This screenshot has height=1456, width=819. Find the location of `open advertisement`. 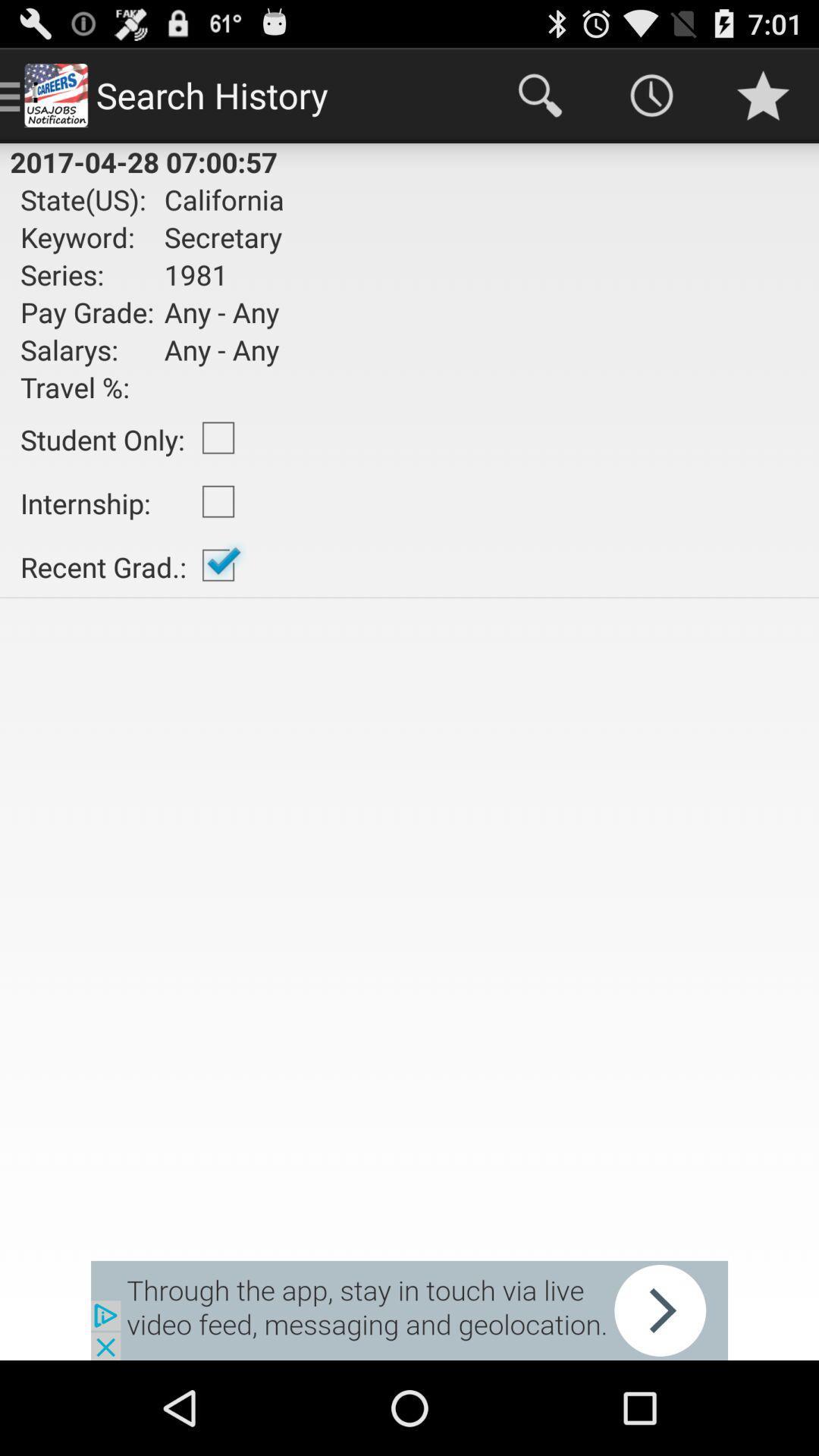

open advertisement is located at coordinates (409, 1310).